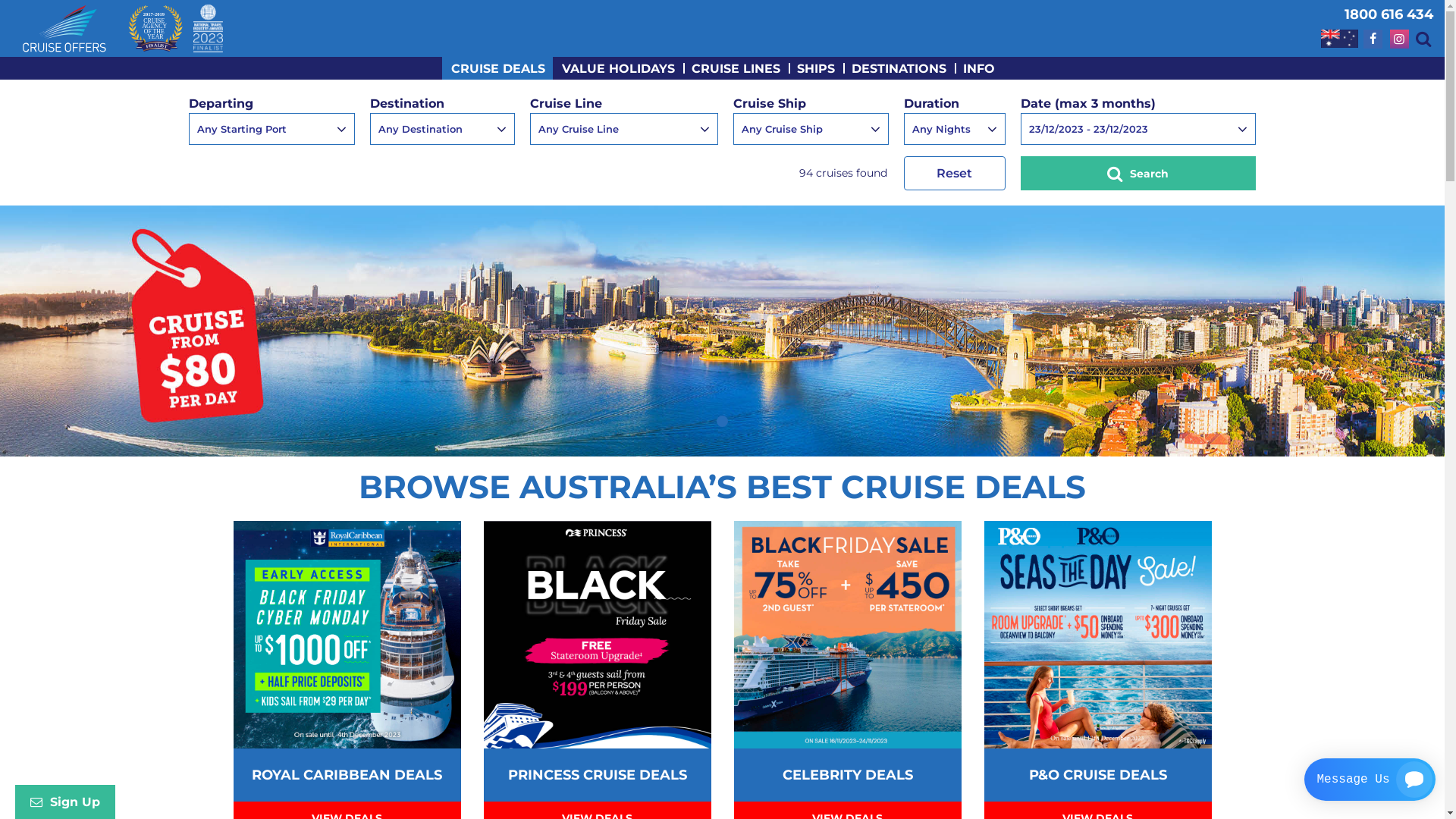  Describe the element at coordinates (814, 67) in the screenshot. I see `'SHIPS'` at that location.